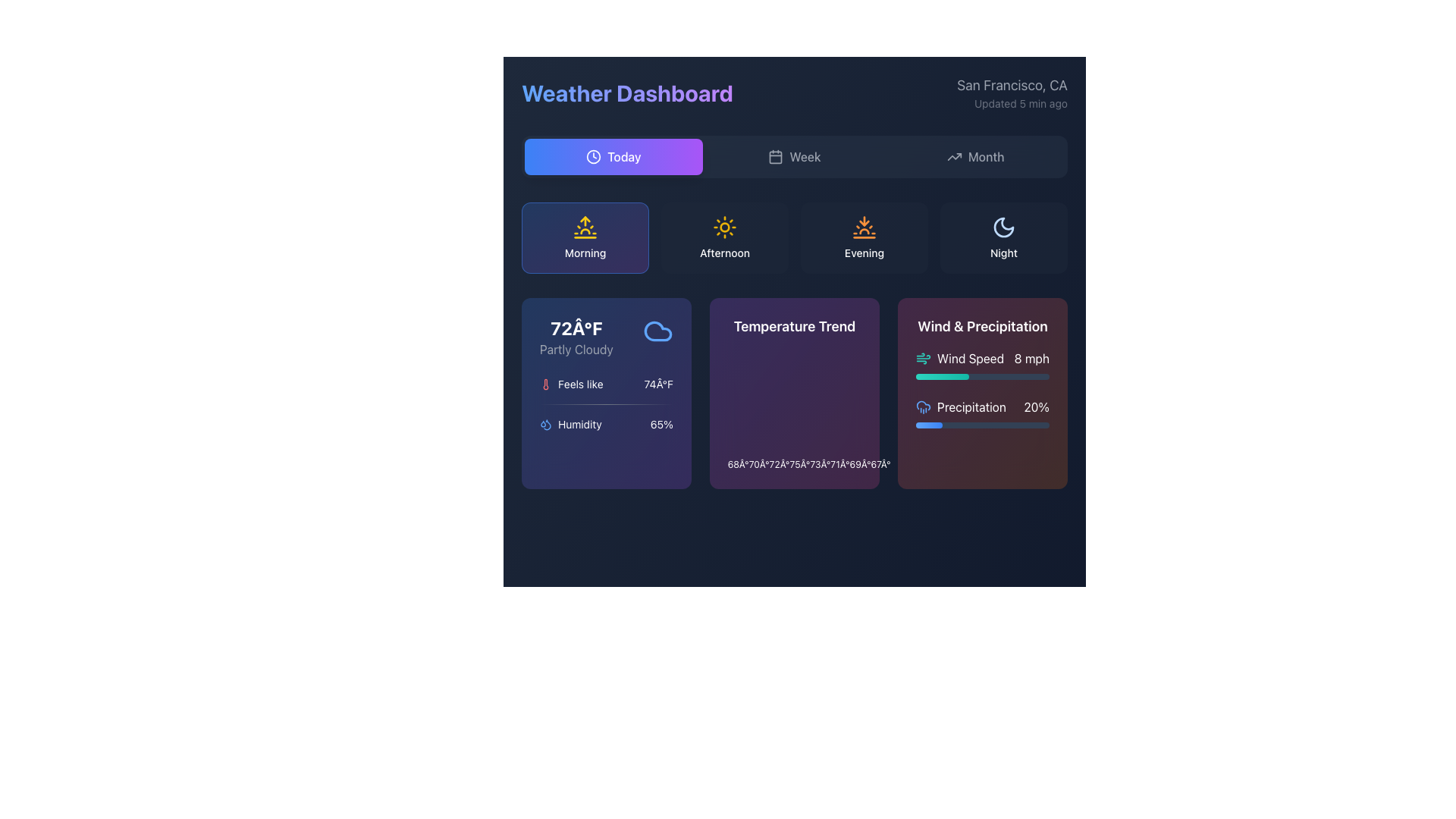 Image resolution: width=1456 pixels, height=819 pixels. I want to click on the 'Morning' selectable card in the weather application, so click(585, 237).